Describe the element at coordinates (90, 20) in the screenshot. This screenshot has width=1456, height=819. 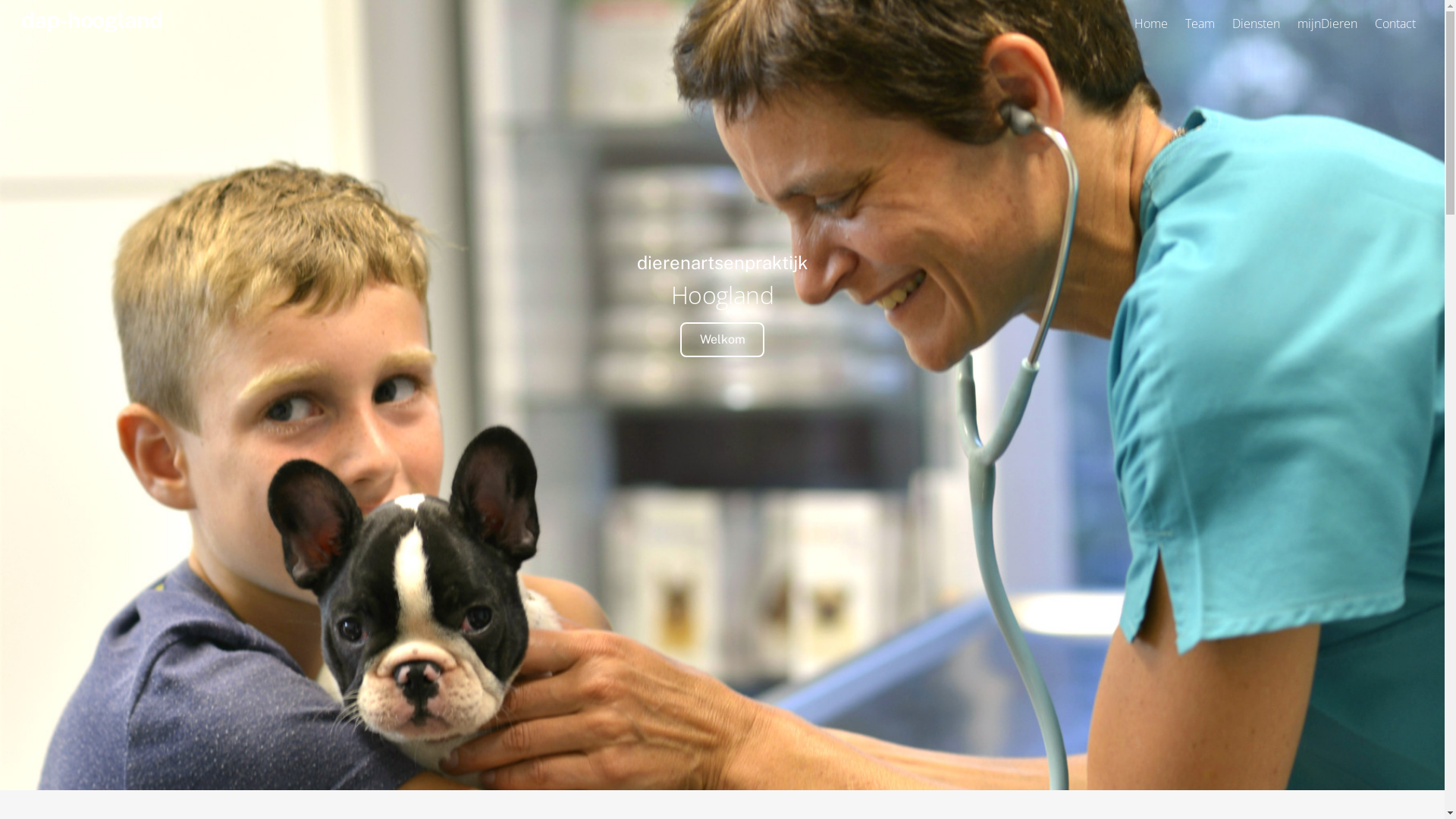
I see `'dap-hoogland'` at that location.